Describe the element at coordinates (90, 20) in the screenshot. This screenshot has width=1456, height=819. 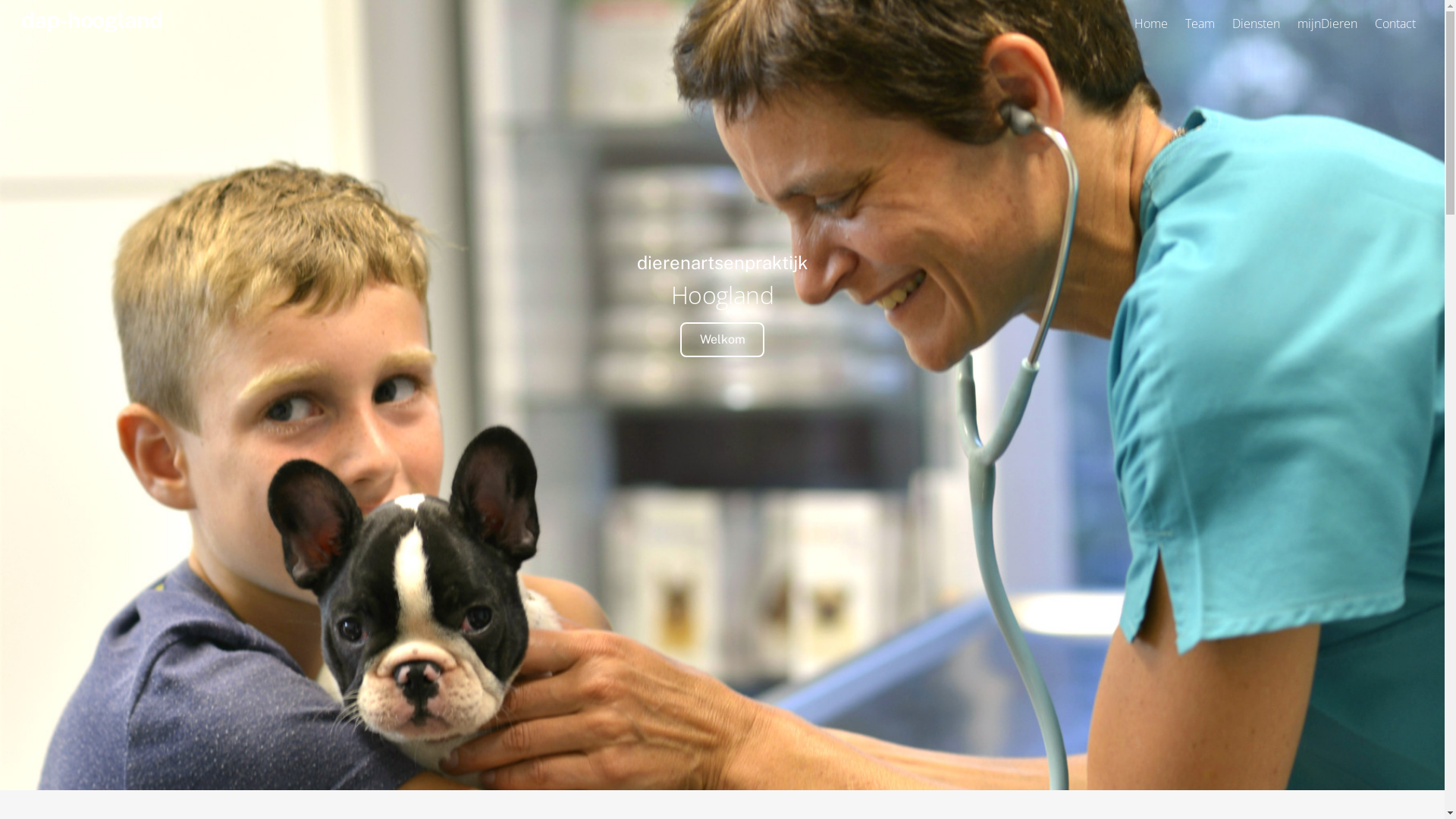
I see `'dap-hoogland'` at that location.